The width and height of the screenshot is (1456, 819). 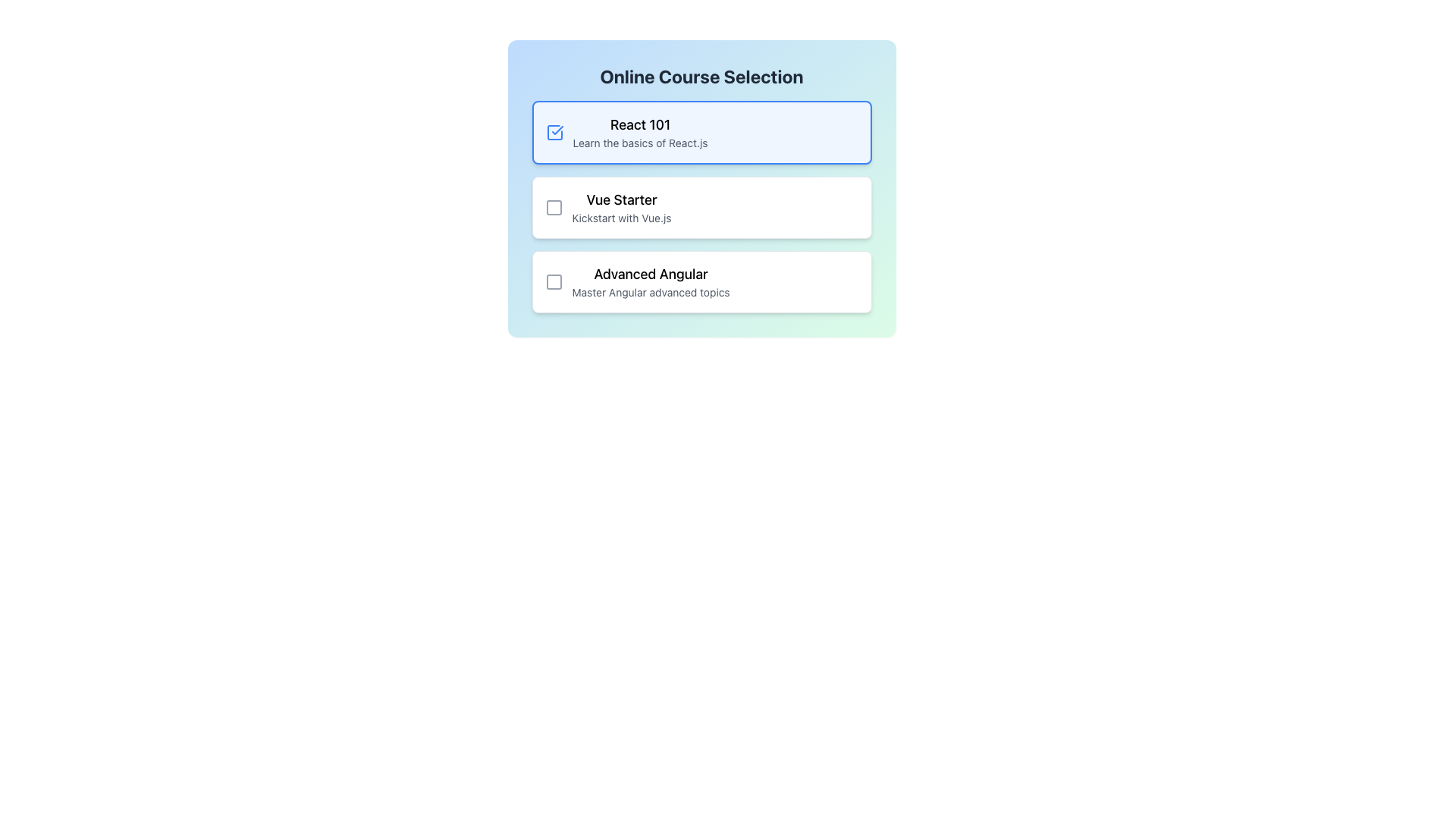 I want to click on the Text Label that serves as the title for the course 'React 101', which is positioned at the top center of the selection box in the 'Online Course Selection' interface, so click(x=640, y=124).